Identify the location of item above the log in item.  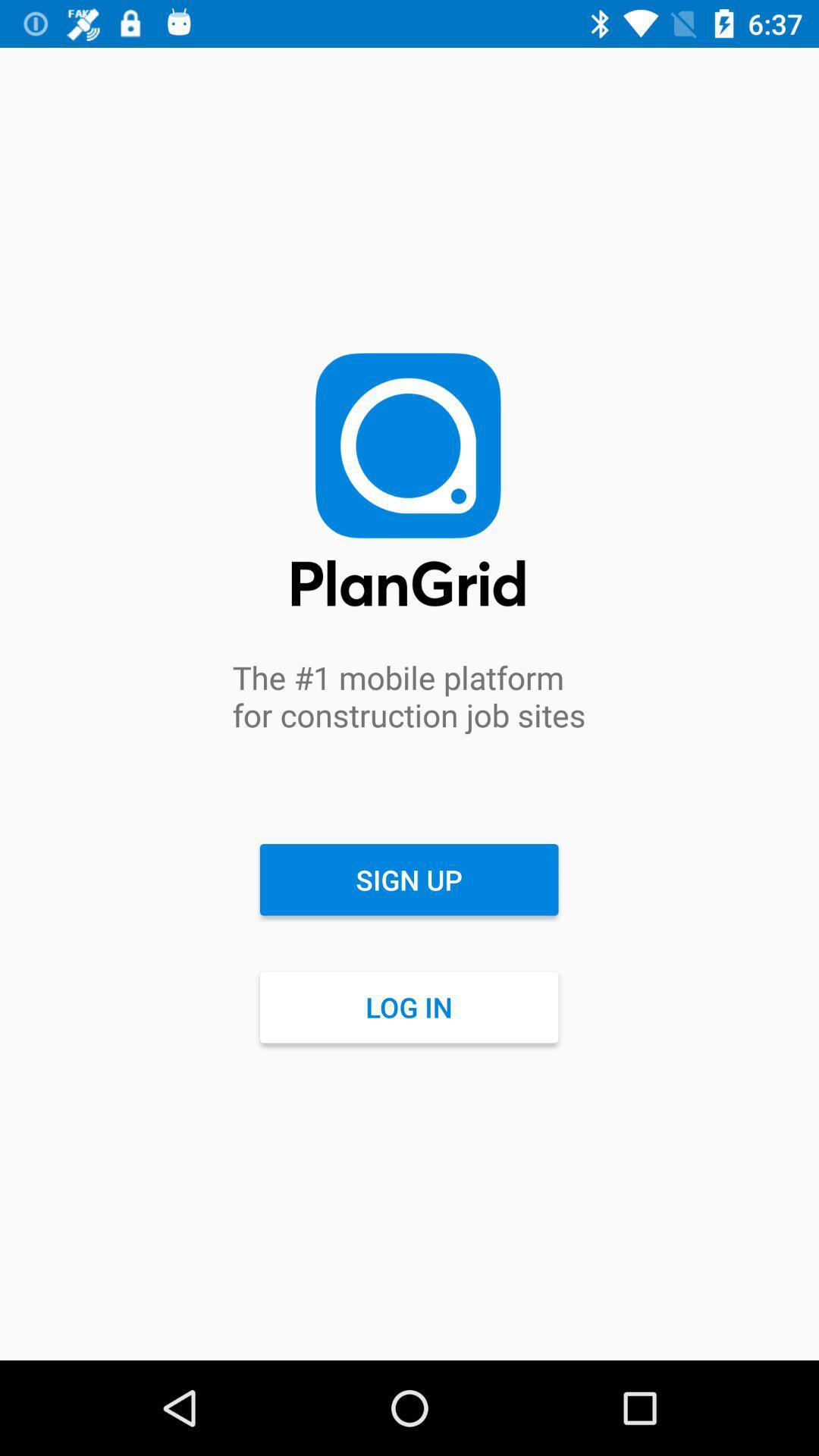
(408, 880).